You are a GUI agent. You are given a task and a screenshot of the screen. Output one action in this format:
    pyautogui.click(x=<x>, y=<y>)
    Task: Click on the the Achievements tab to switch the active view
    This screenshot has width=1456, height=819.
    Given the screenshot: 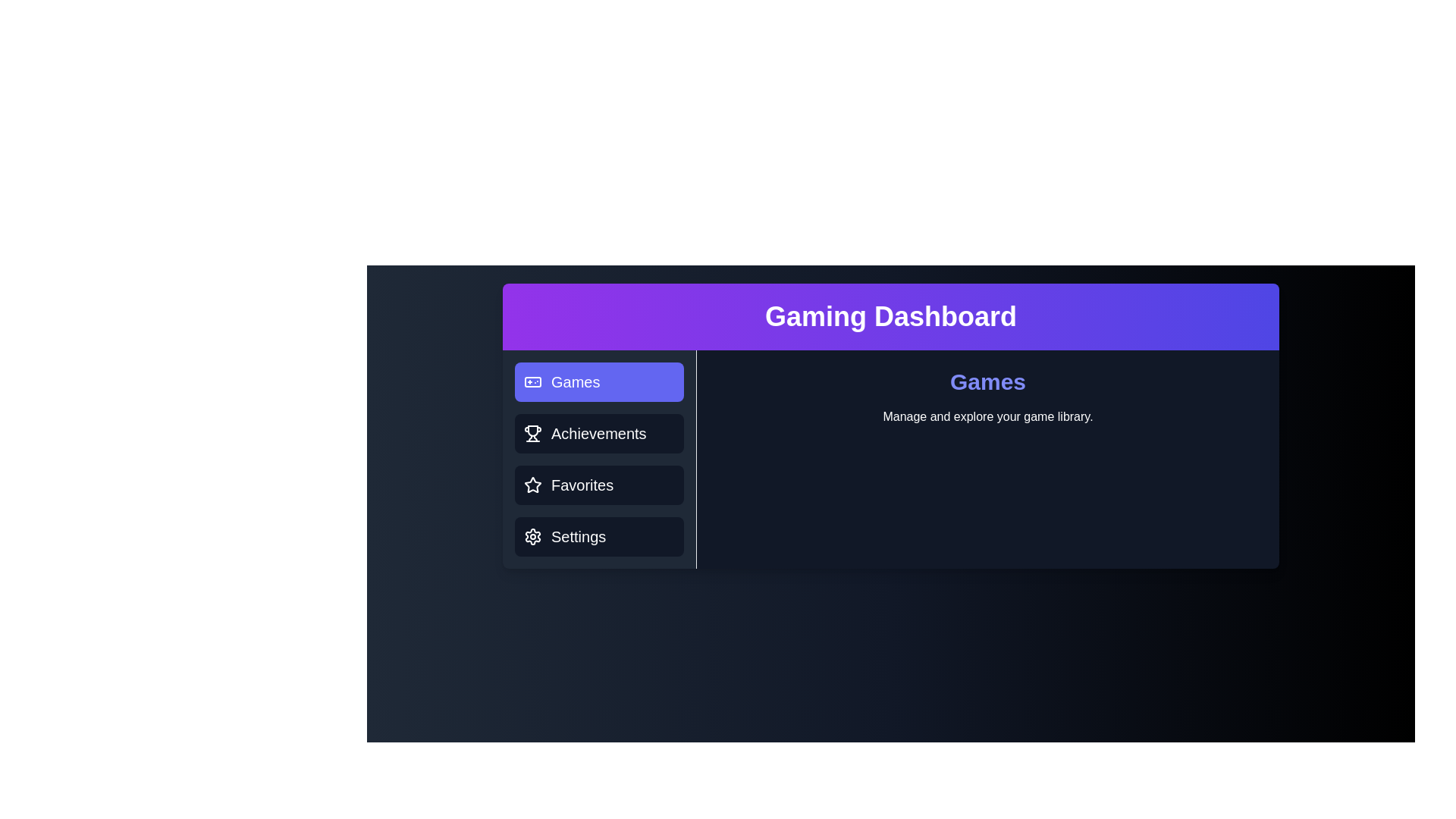 What is the action you would take?
    pyautogui.click(x=598, y=433)
    